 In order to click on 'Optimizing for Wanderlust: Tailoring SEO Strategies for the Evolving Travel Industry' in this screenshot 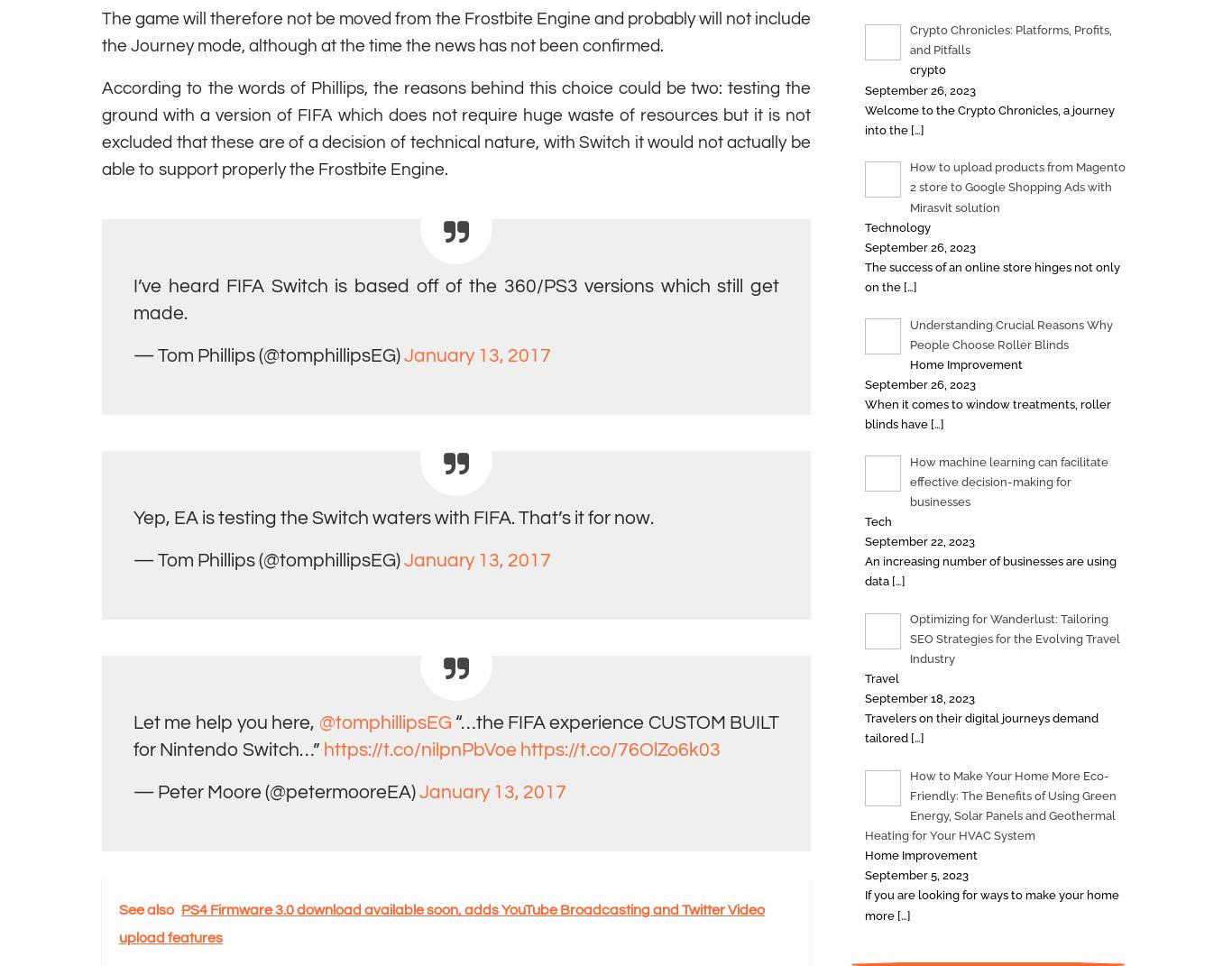, I will do `click(1013, 638)`.